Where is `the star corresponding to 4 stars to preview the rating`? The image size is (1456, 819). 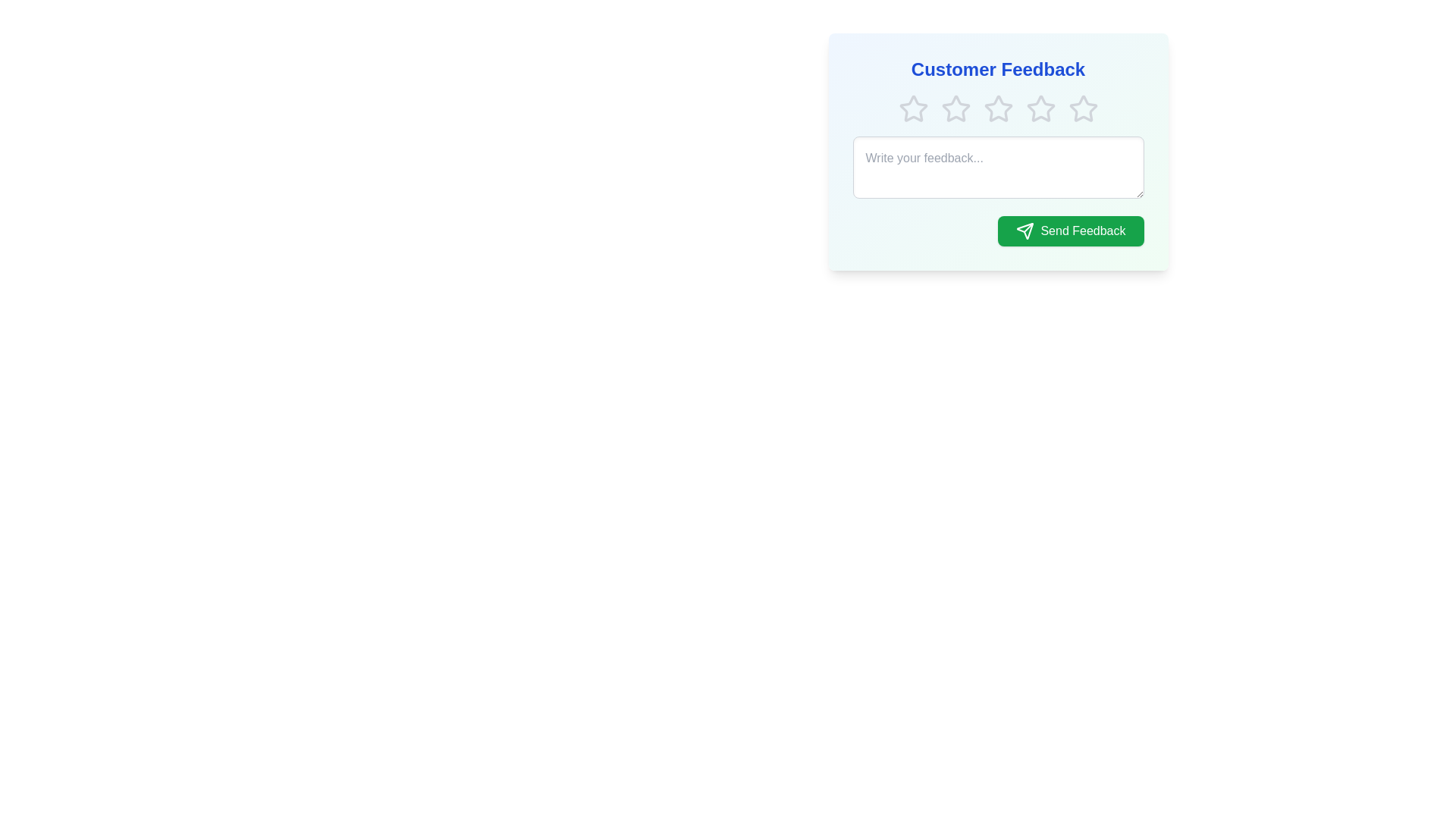 the star corresponding to 4 stars to preview the rating is located at coordinates (1040, 108).